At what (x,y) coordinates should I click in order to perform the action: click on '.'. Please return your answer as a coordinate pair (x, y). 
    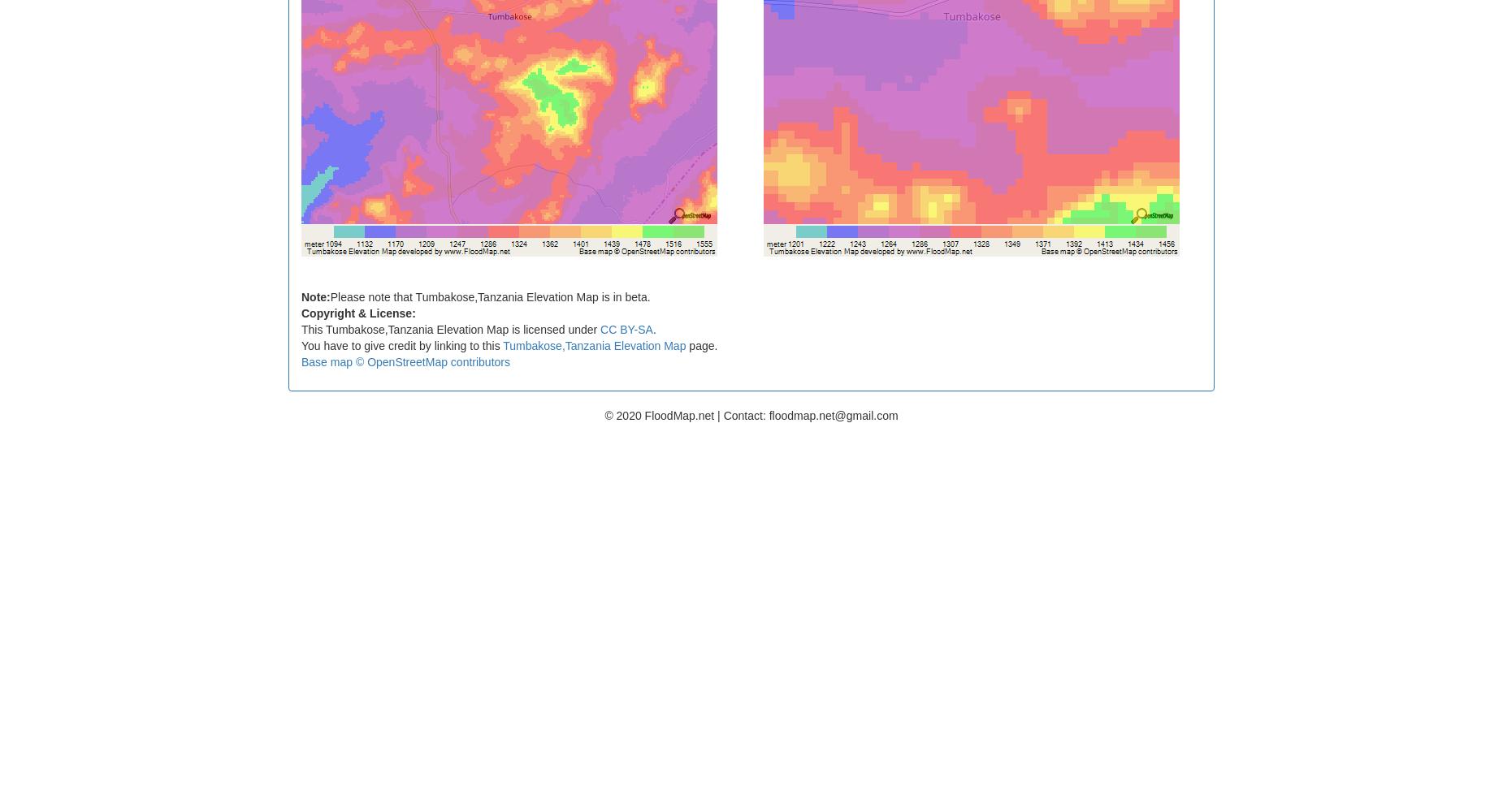
    Looking at the image, I should click on (653, 329).